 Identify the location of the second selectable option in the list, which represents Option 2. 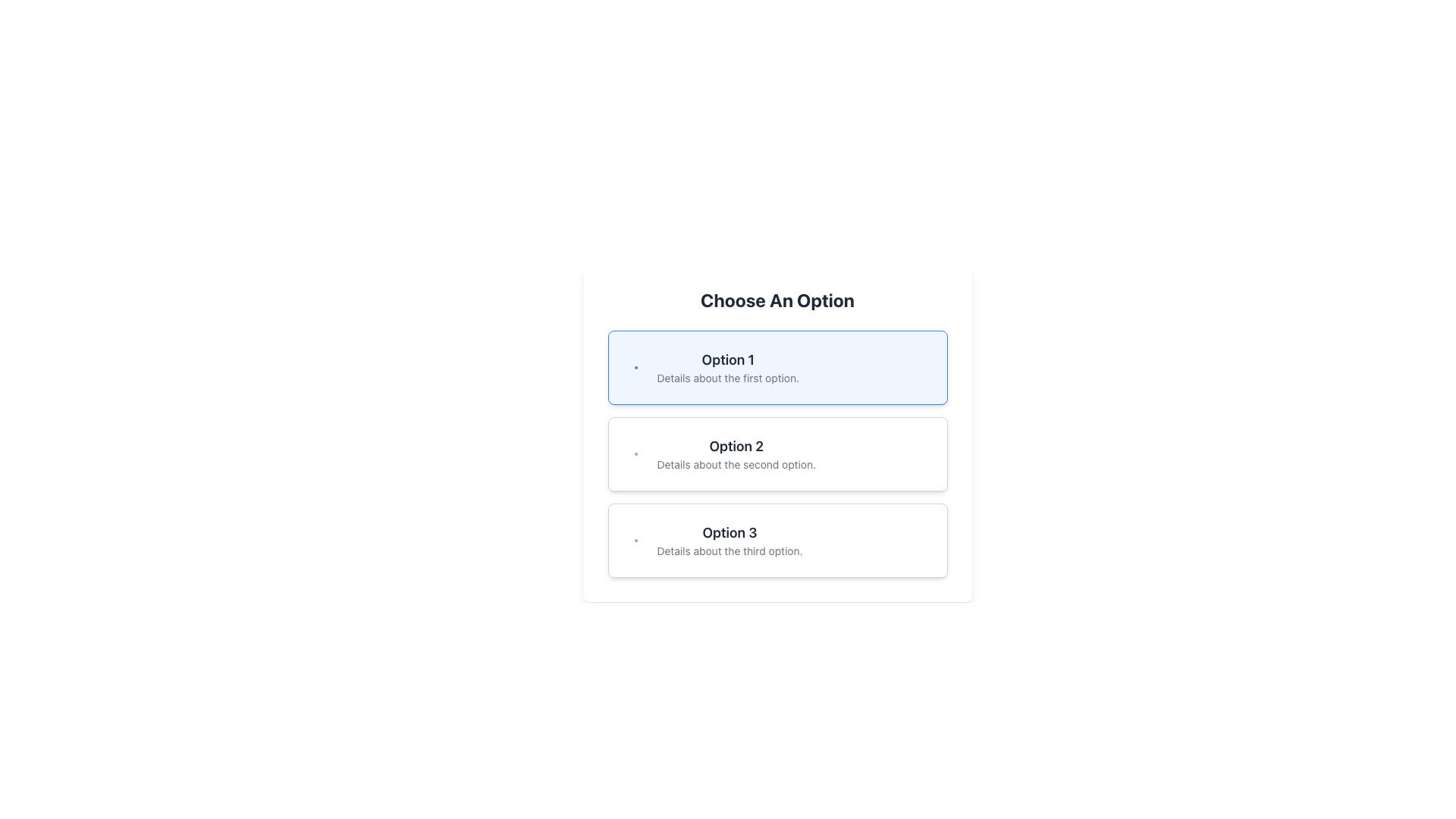
(736, 453).